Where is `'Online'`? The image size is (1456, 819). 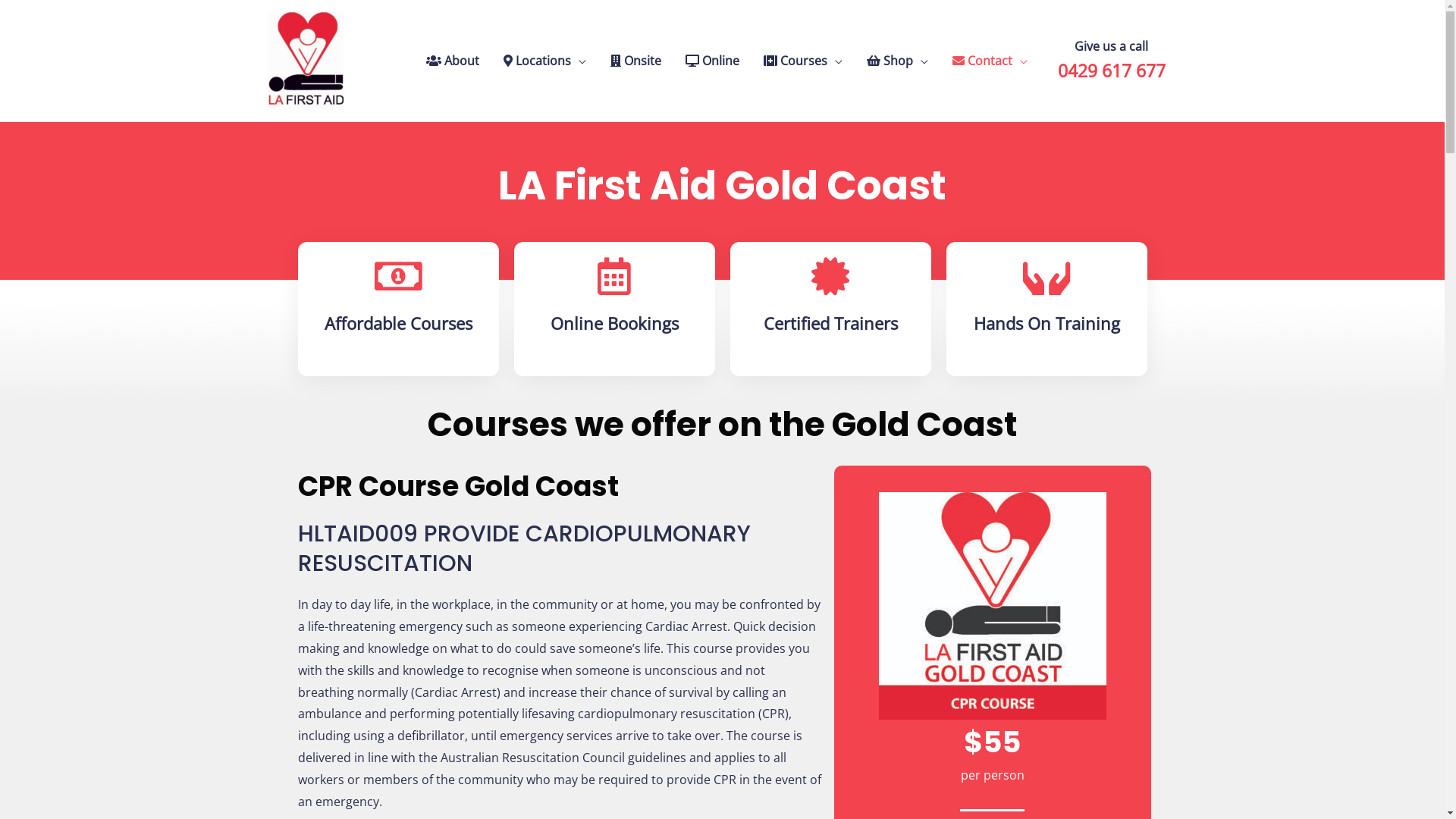 'Online' is located at coordinates (711, 60).